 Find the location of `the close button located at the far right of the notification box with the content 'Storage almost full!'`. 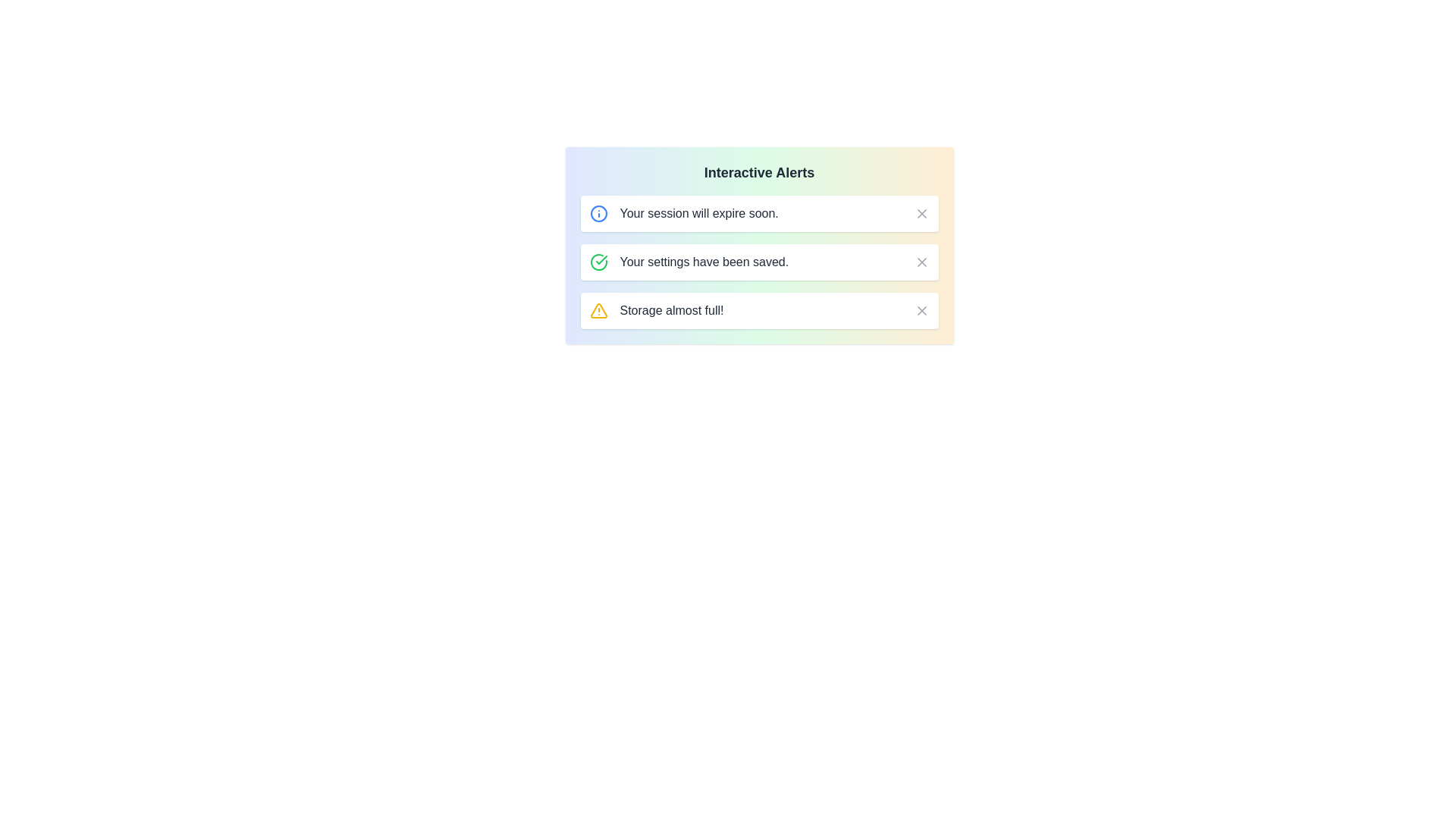

the close button located at the far right of the notification box with the content 'Storage almost full!' is located at coordinates (921, 309).